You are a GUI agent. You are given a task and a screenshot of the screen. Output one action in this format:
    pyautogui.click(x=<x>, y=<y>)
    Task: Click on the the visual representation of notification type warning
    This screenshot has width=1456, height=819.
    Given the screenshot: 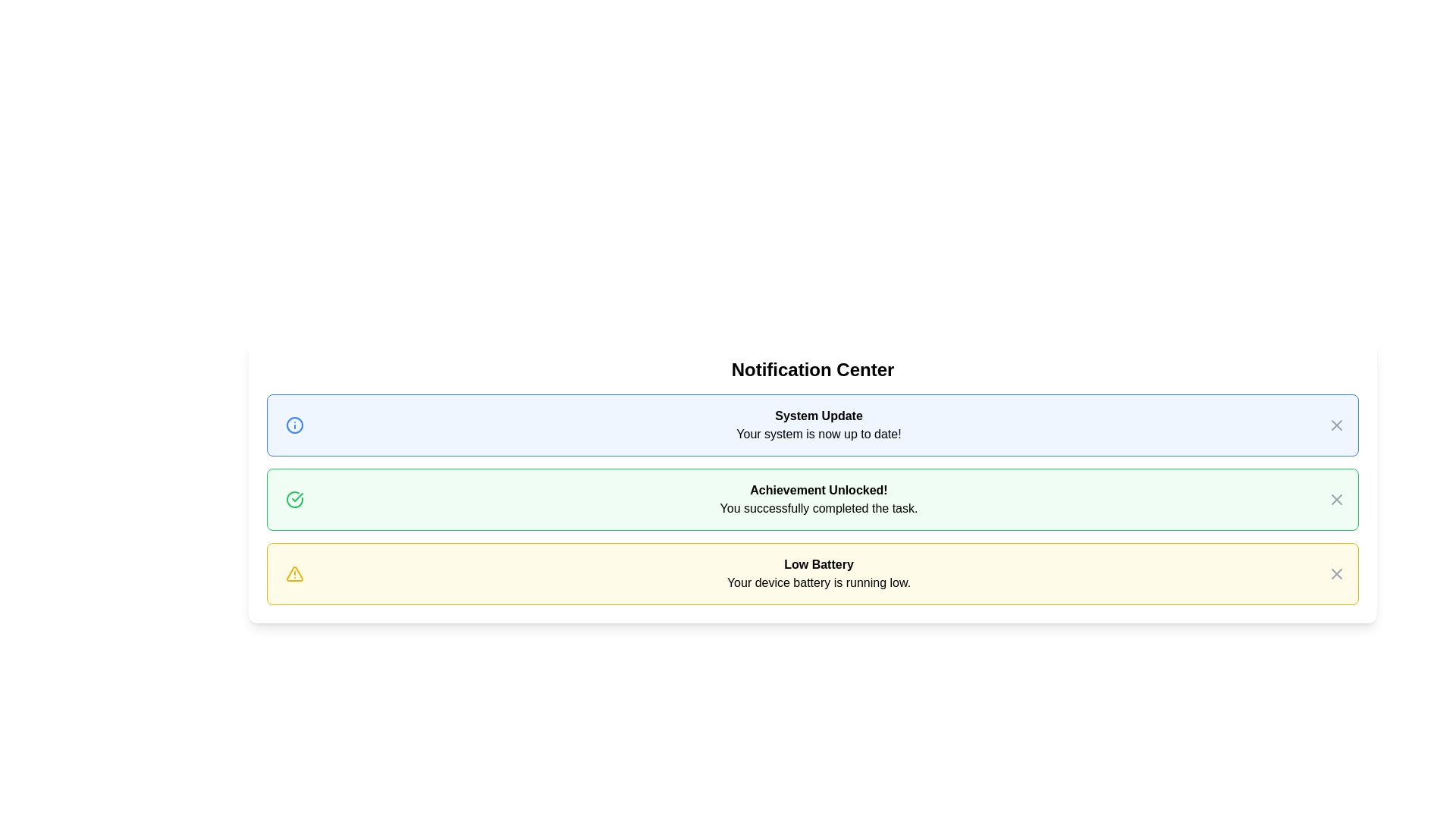 What is the action you would take?
    pyautogui.click(x=294, y=573)
    